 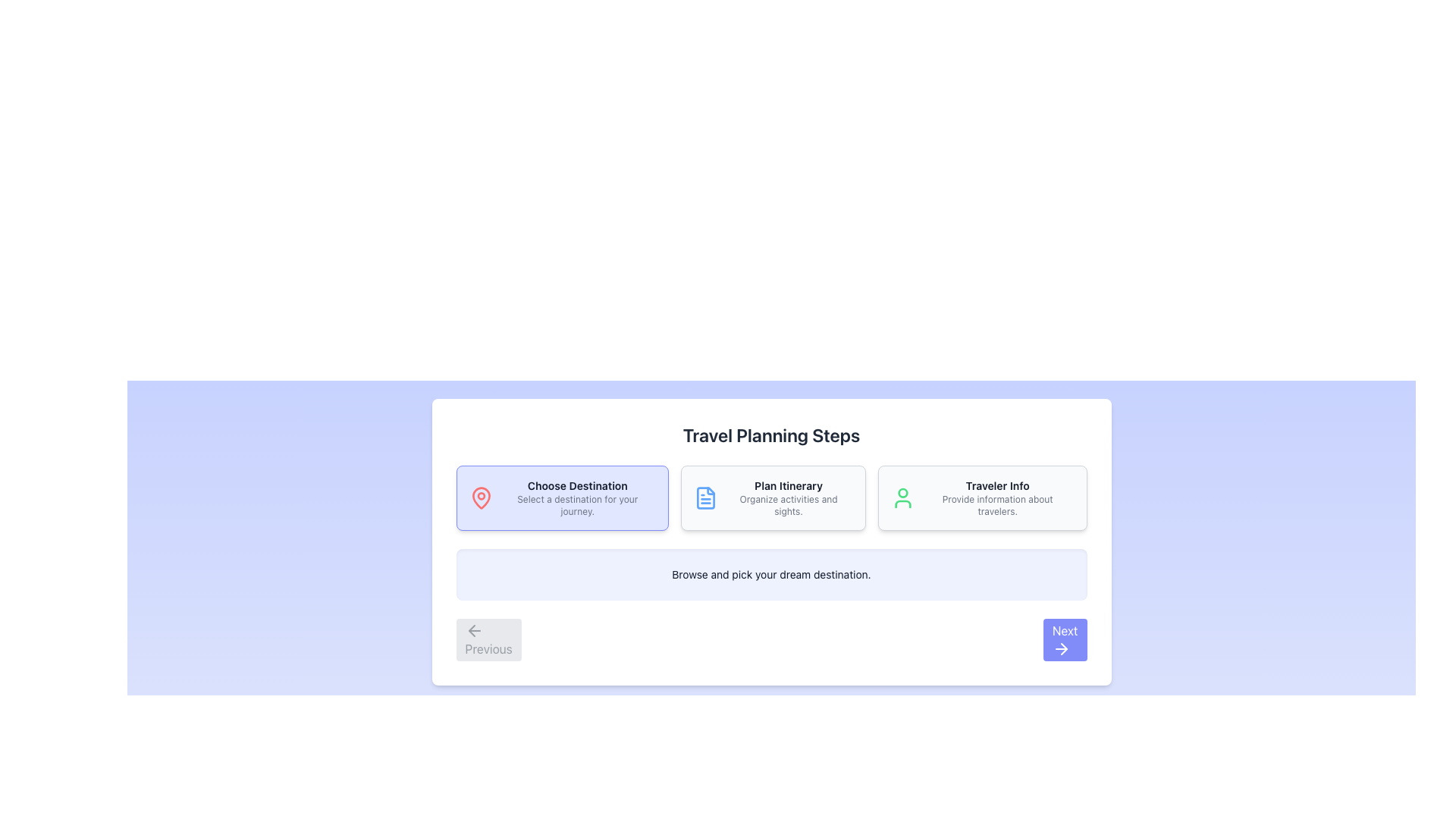 What do you see at coordinates (902, 497) in the screenshot?
I see `the user profile icon located at the top left of the 'Traveler Info' card, which precedes the textual content` at bounding box center [902, 497].